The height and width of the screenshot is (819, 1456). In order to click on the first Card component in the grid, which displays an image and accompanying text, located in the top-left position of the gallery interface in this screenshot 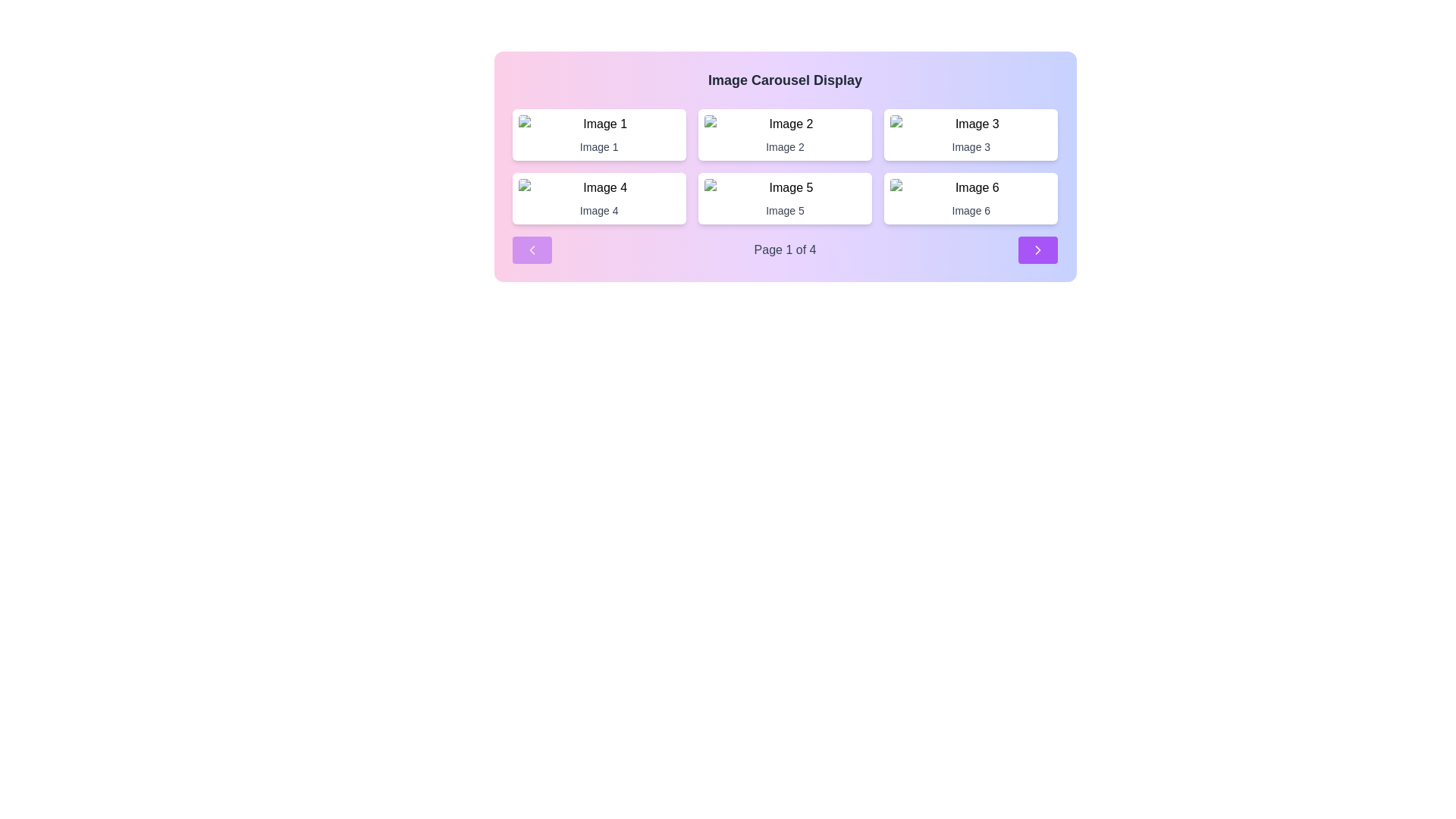, I will do `click(598, 133)`.